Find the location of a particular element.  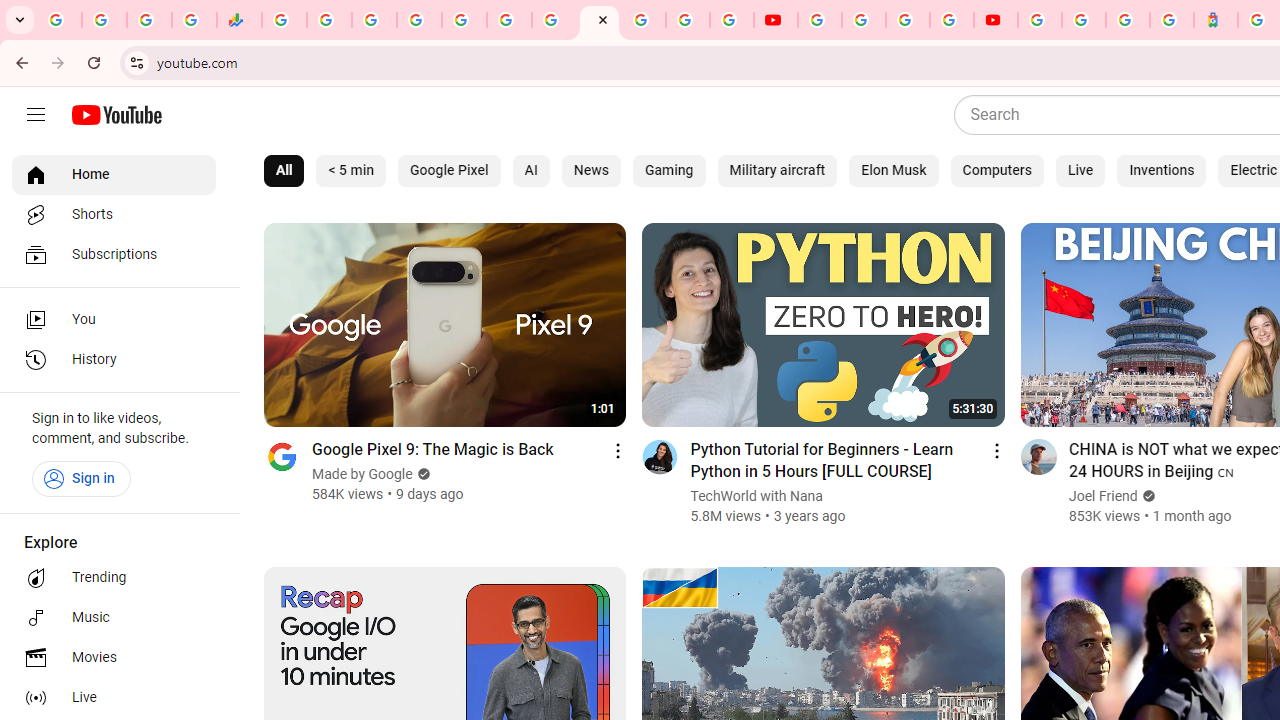

'YouTube' is located at coordinates (774, 20).